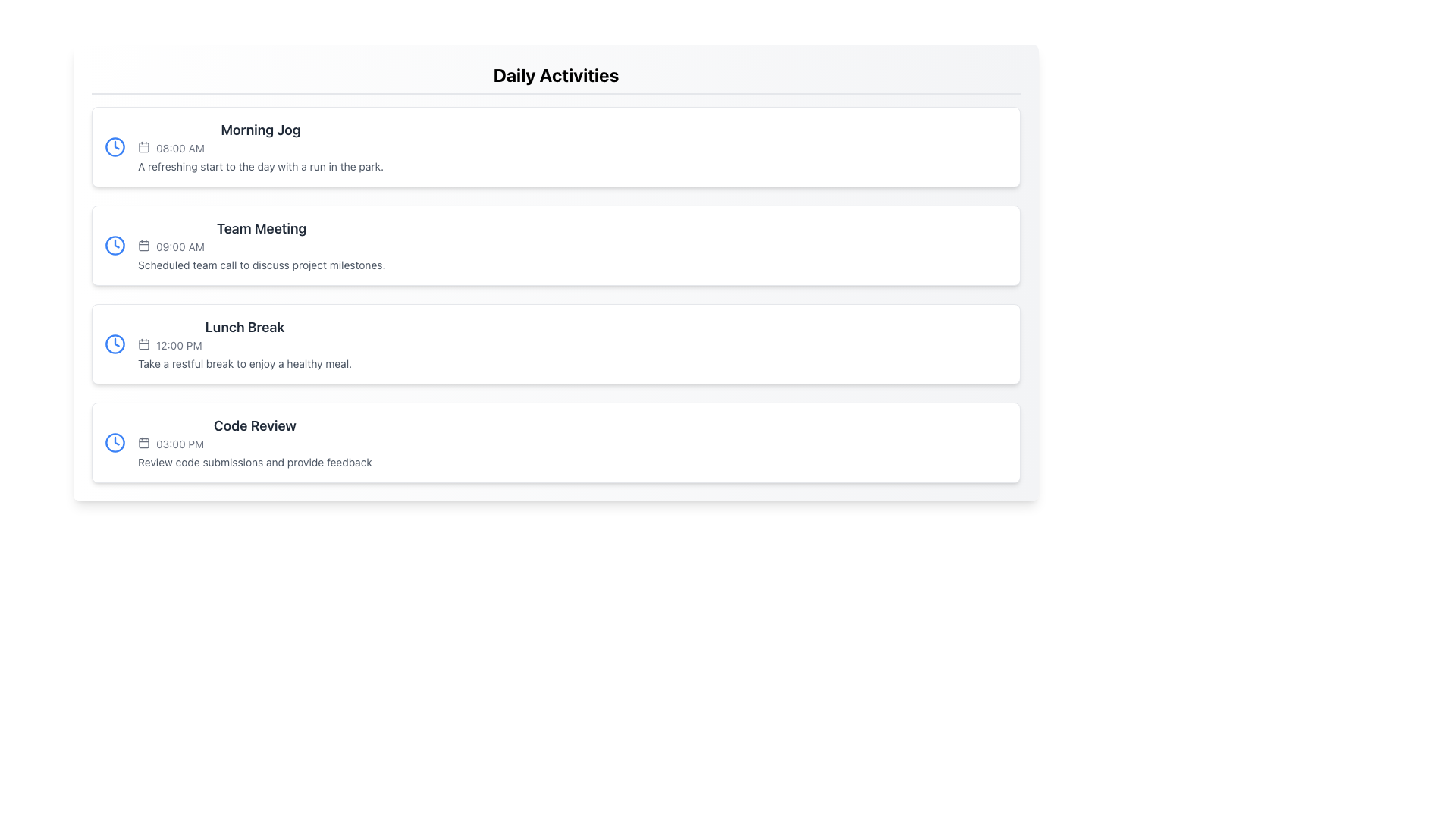  Describe the element at coordinates (144, 344) in the screenshot. I see `the calendar icon located in the 'Lunch Break' section of the daily schedule, which is identified by its minimalist outline and square shape with rounded corners, positioned before the text '12:00 PM'` at that location.